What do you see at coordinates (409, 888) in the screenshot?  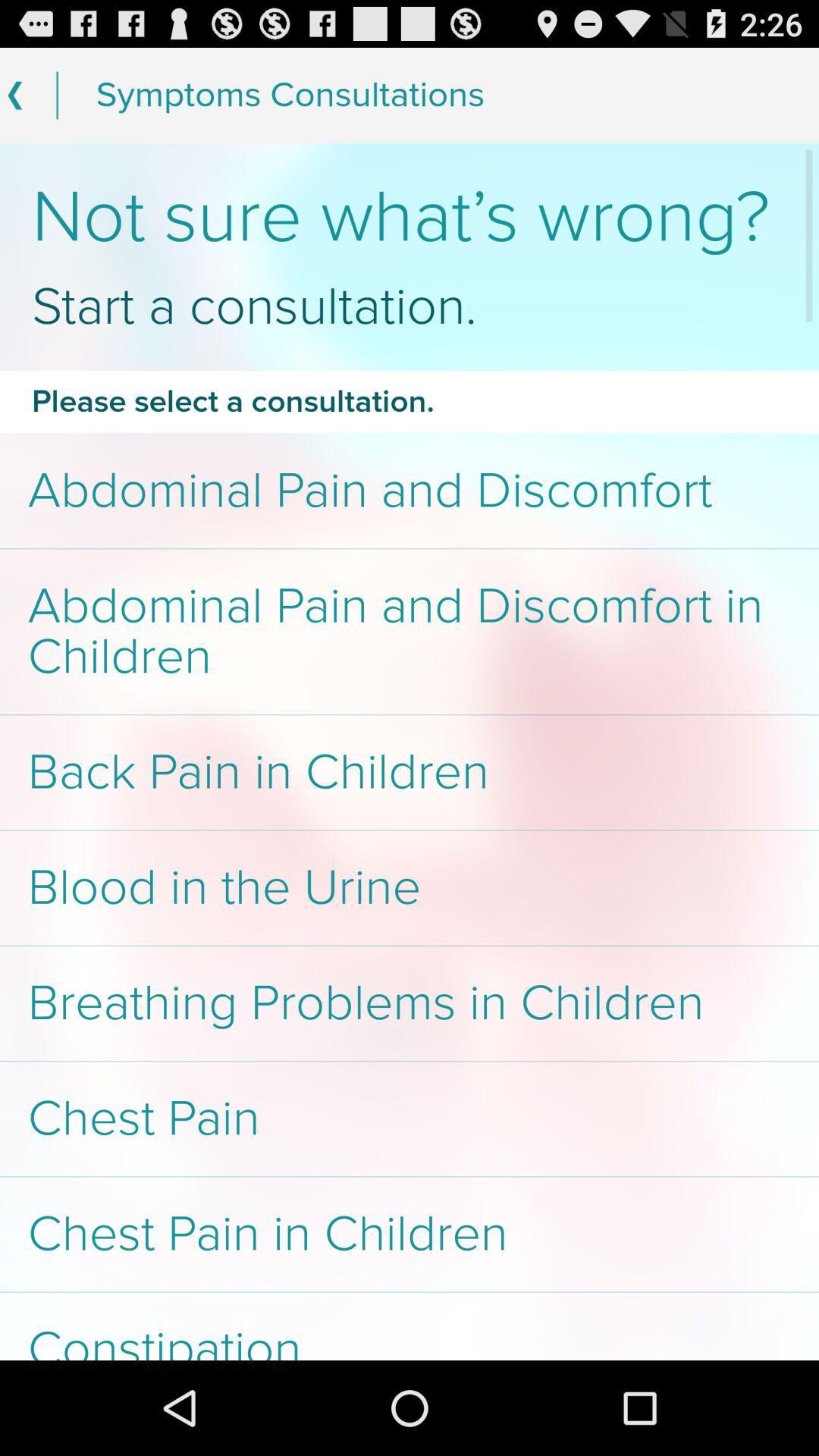 I see `the icon below the back pain in` at bounding box center [409, 888].